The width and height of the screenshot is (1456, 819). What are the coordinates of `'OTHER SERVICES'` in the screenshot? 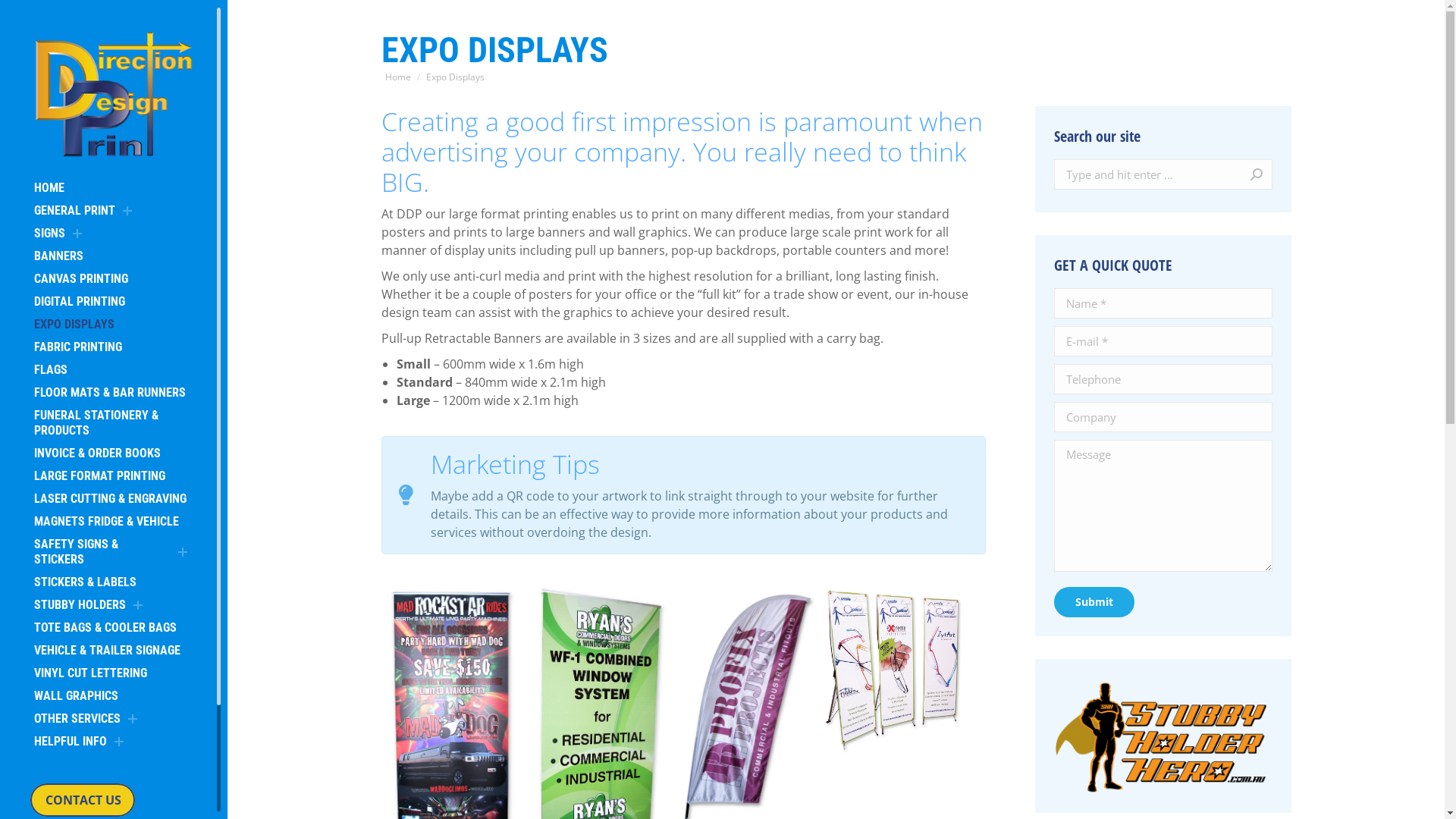 It's located at (76, 718).